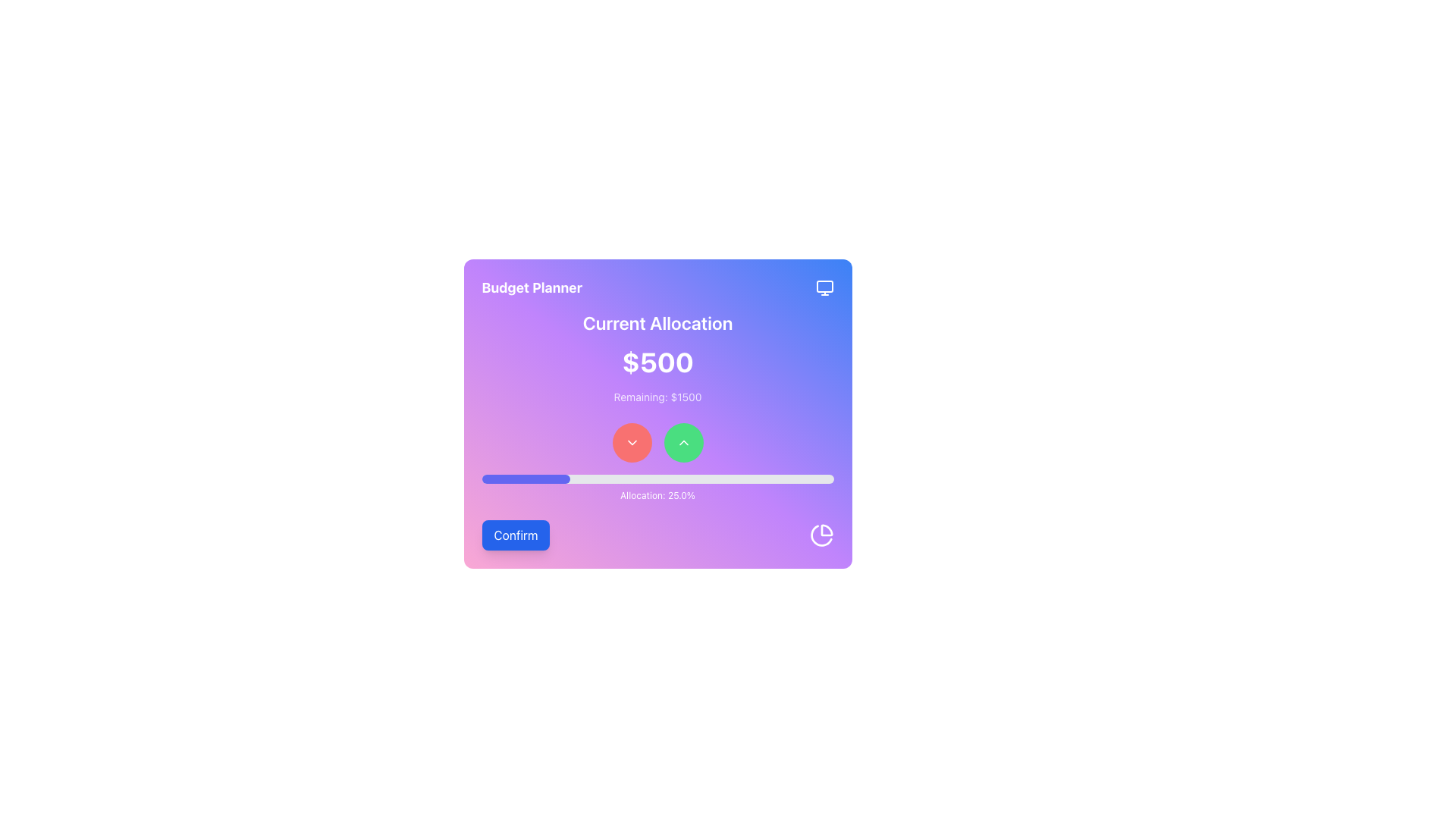 The width and height of the screenshot is (1456, 819). What do you see at coordinates (526, 479) in the screenshot?
I see `the progress bar that displays the currently allocated budget percentage, located below the circular increment and decrement buttons in the center of the interface` at bounding box center [526, 479].